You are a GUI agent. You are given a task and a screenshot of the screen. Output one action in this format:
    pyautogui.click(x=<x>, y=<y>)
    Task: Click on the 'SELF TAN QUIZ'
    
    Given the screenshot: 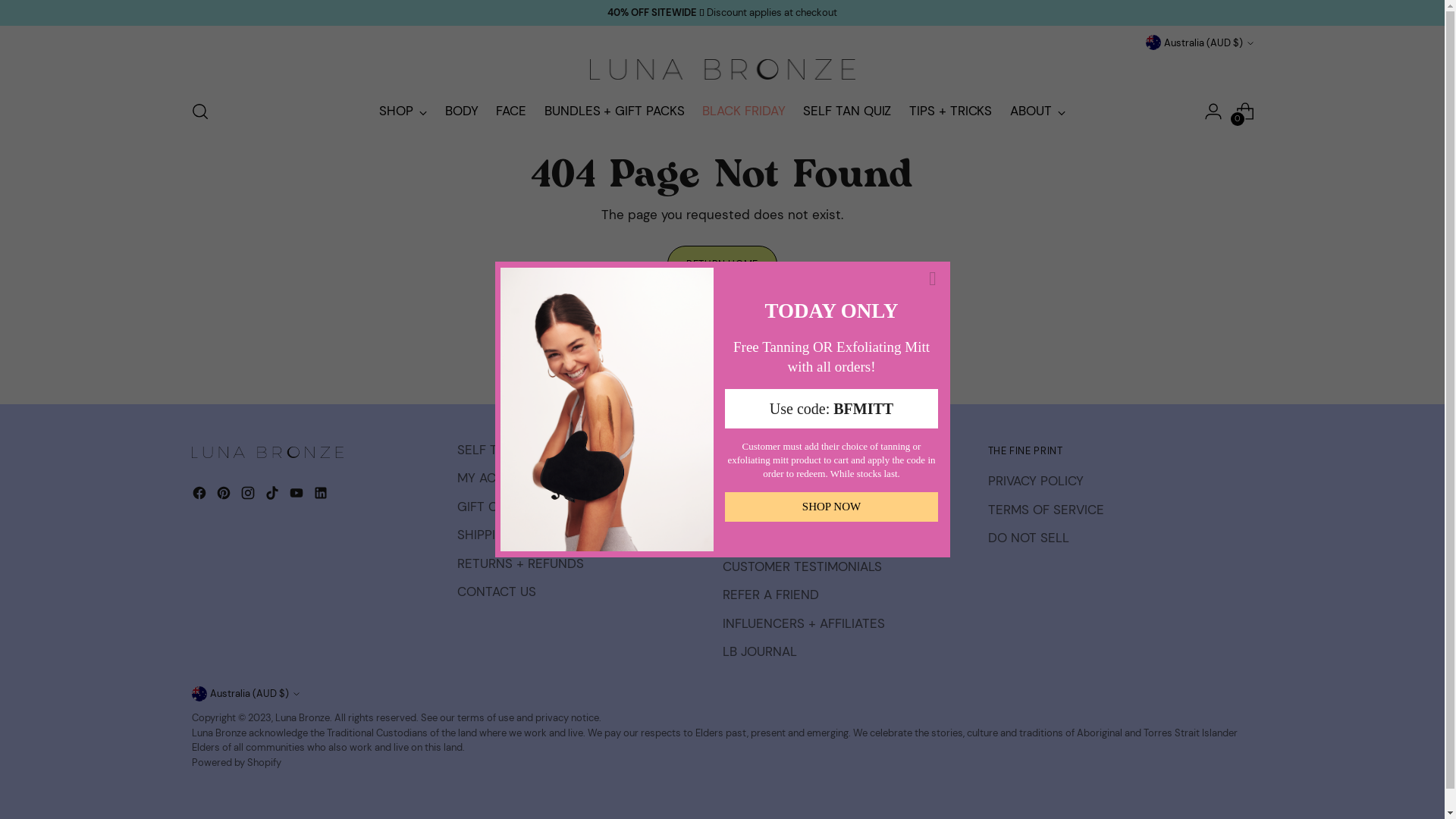 What is the action you would take?
    pyautogui.click(x=802, y=110)
    